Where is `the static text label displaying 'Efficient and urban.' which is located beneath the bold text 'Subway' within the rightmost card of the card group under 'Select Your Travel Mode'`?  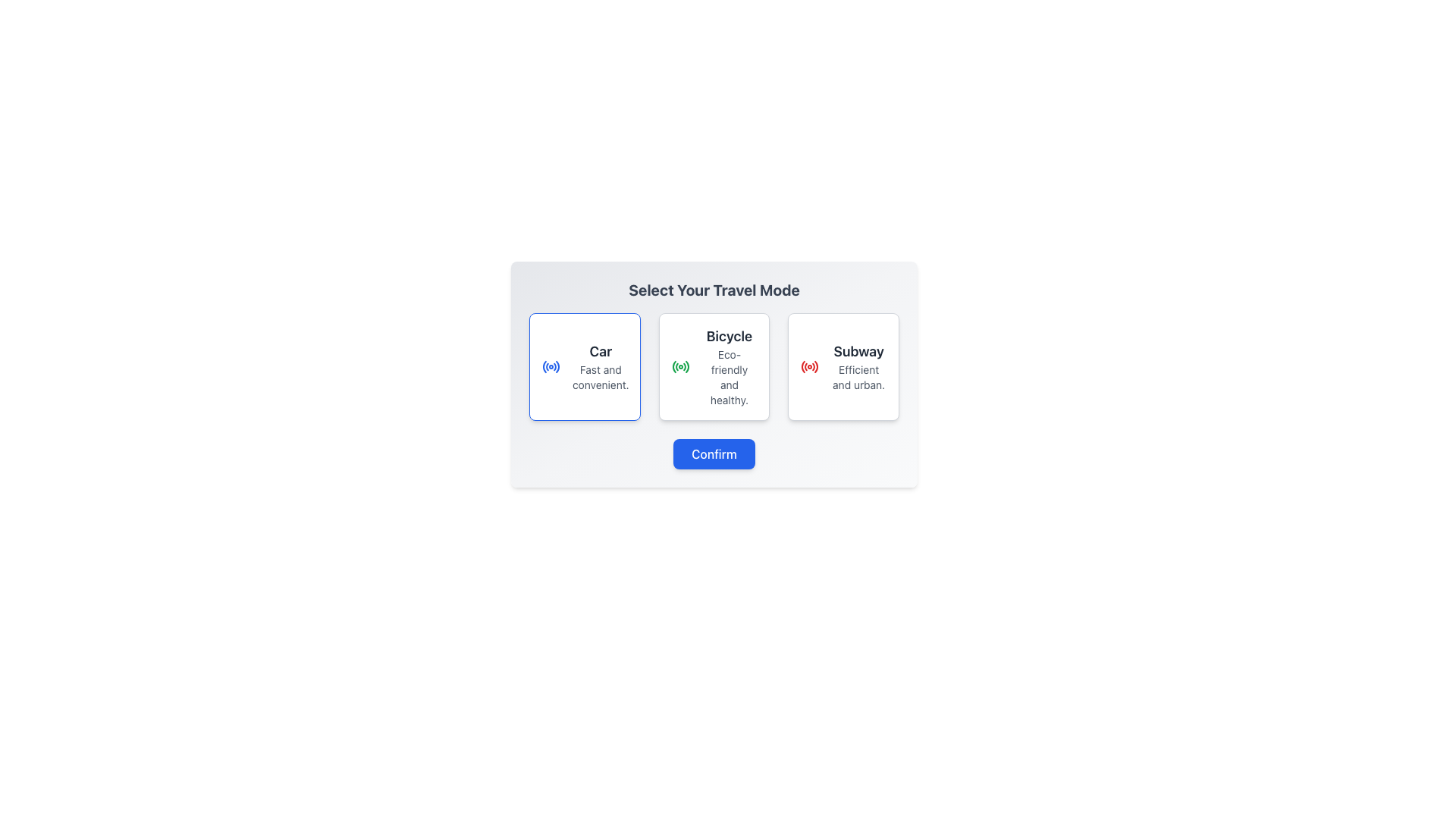
the static text label displaying 'Efficient and urban.' which is located beneath the bold text 'Subway' within the rightmost card of the card group under 'Select Your Travel Mode' is located at coordinates (858, 376).